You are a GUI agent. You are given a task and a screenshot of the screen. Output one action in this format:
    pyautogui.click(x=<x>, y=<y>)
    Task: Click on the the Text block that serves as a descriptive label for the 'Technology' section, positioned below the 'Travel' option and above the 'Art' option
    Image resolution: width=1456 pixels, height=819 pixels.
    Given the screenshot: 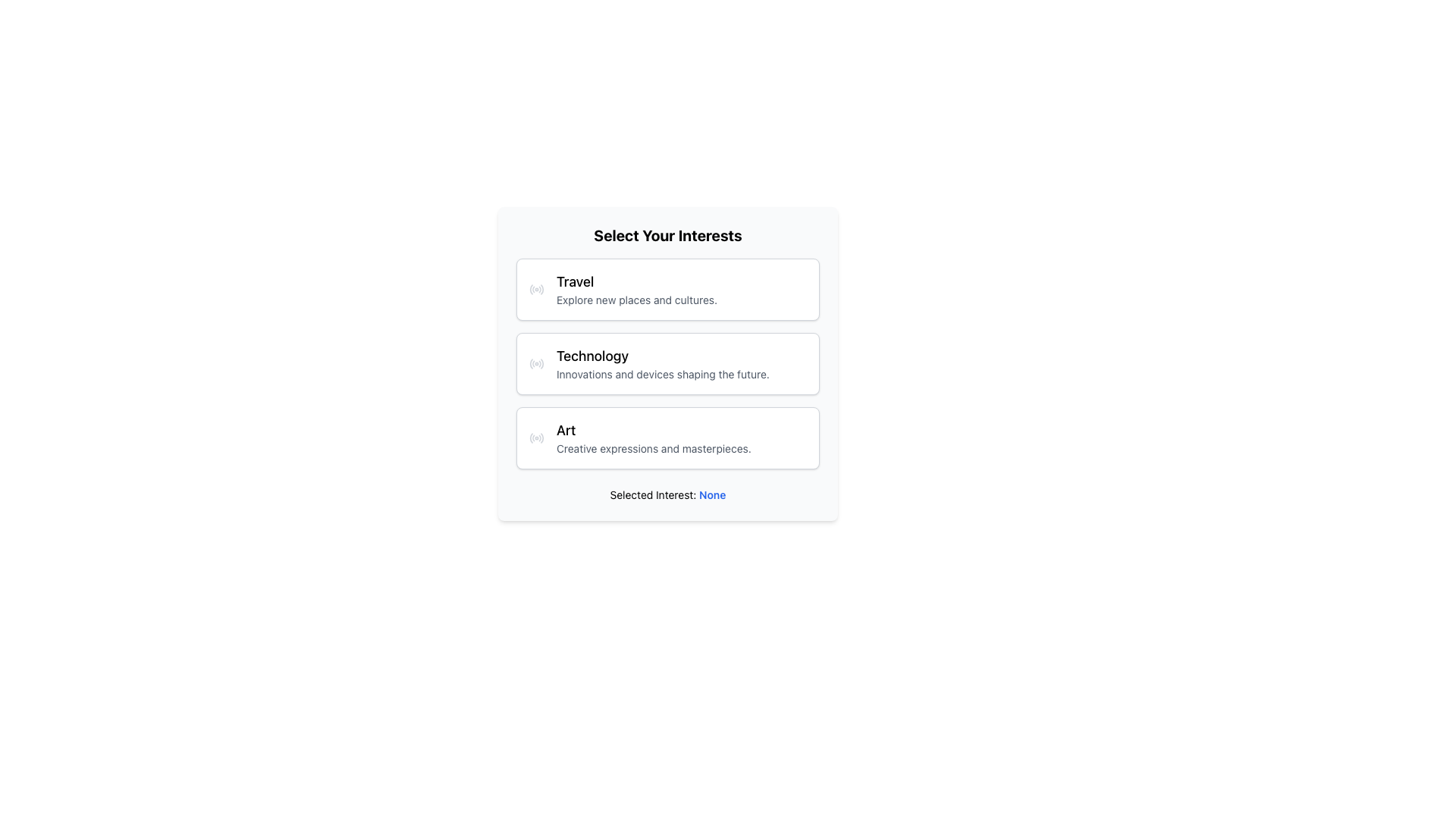 What is the action you would take?
    pyautogui.click(x=663, y=363)
    